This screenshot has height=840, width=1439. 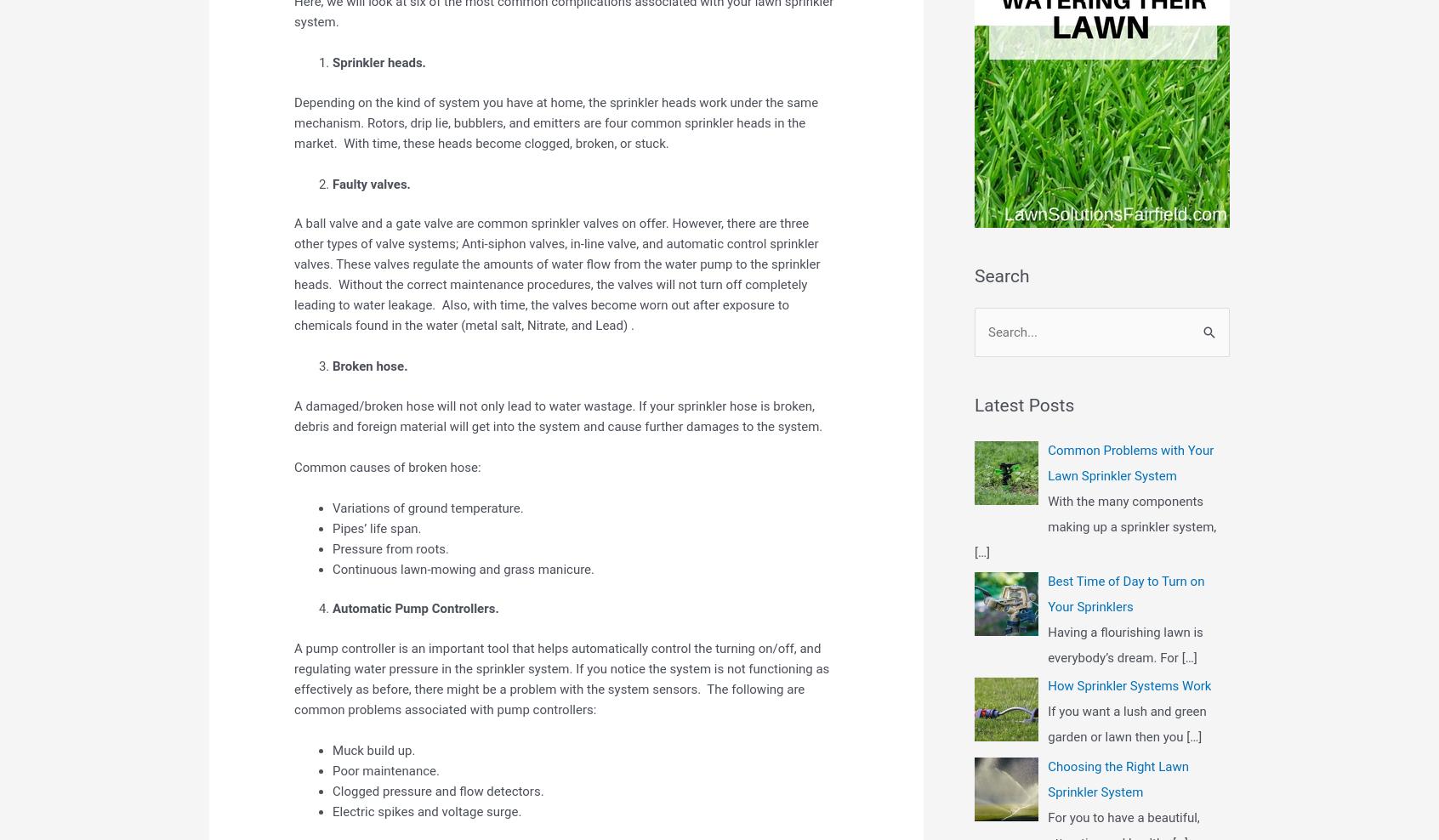 I want to click on 'Depending on the kind of system you have at home, the sprinkler heads work under the same mechanism. Rotors, drip lie, bubblers, and emitters are four common sprinkler heads in the market.  With time, these heads become clogged, broken, or stuck.', so click(x=555, y=121).